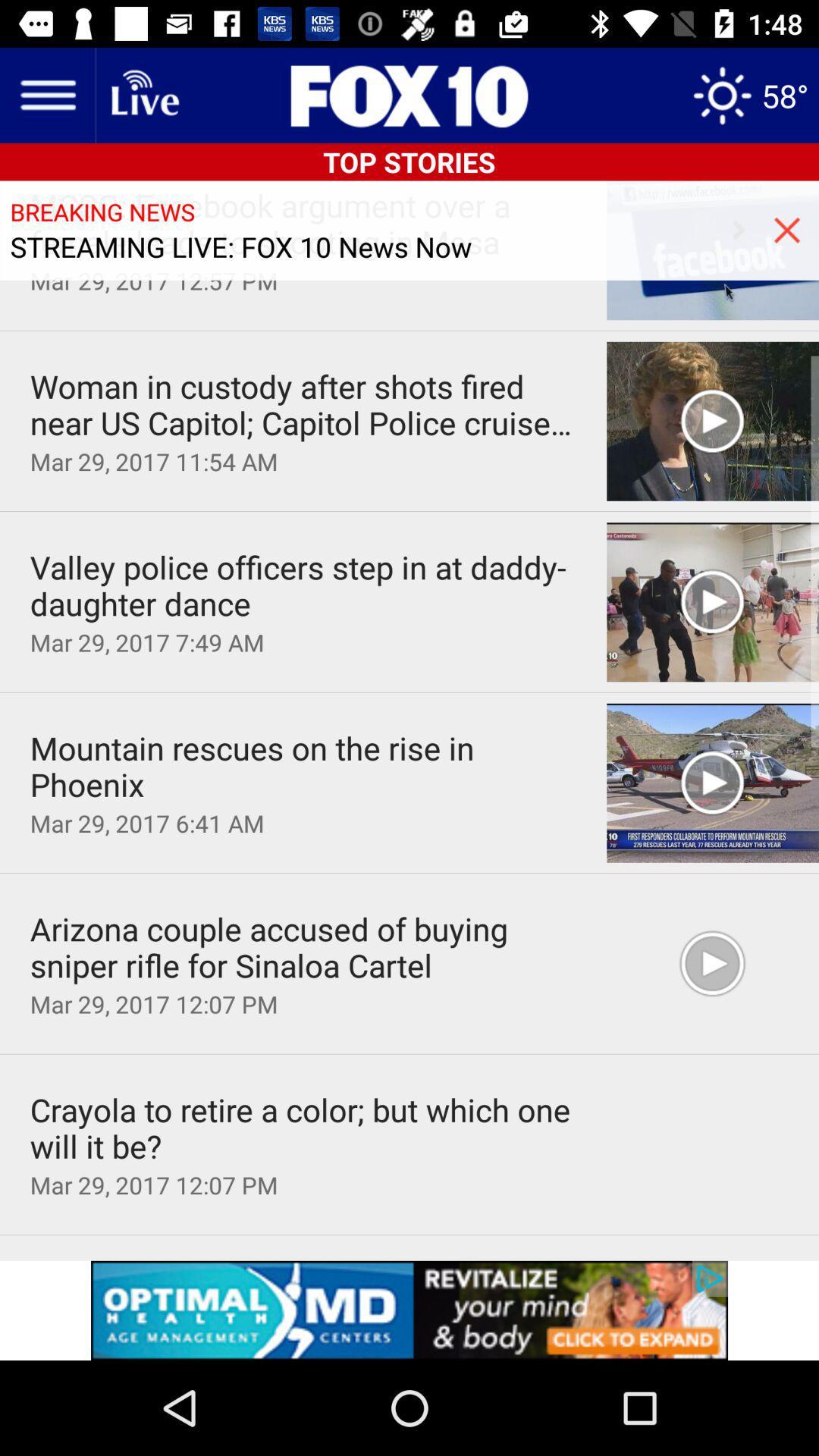 The width and height of the screenshot is (819, 1456). Describe the element at coordinates (749, 94) in the screenshot. I see `the star icon` at that location.